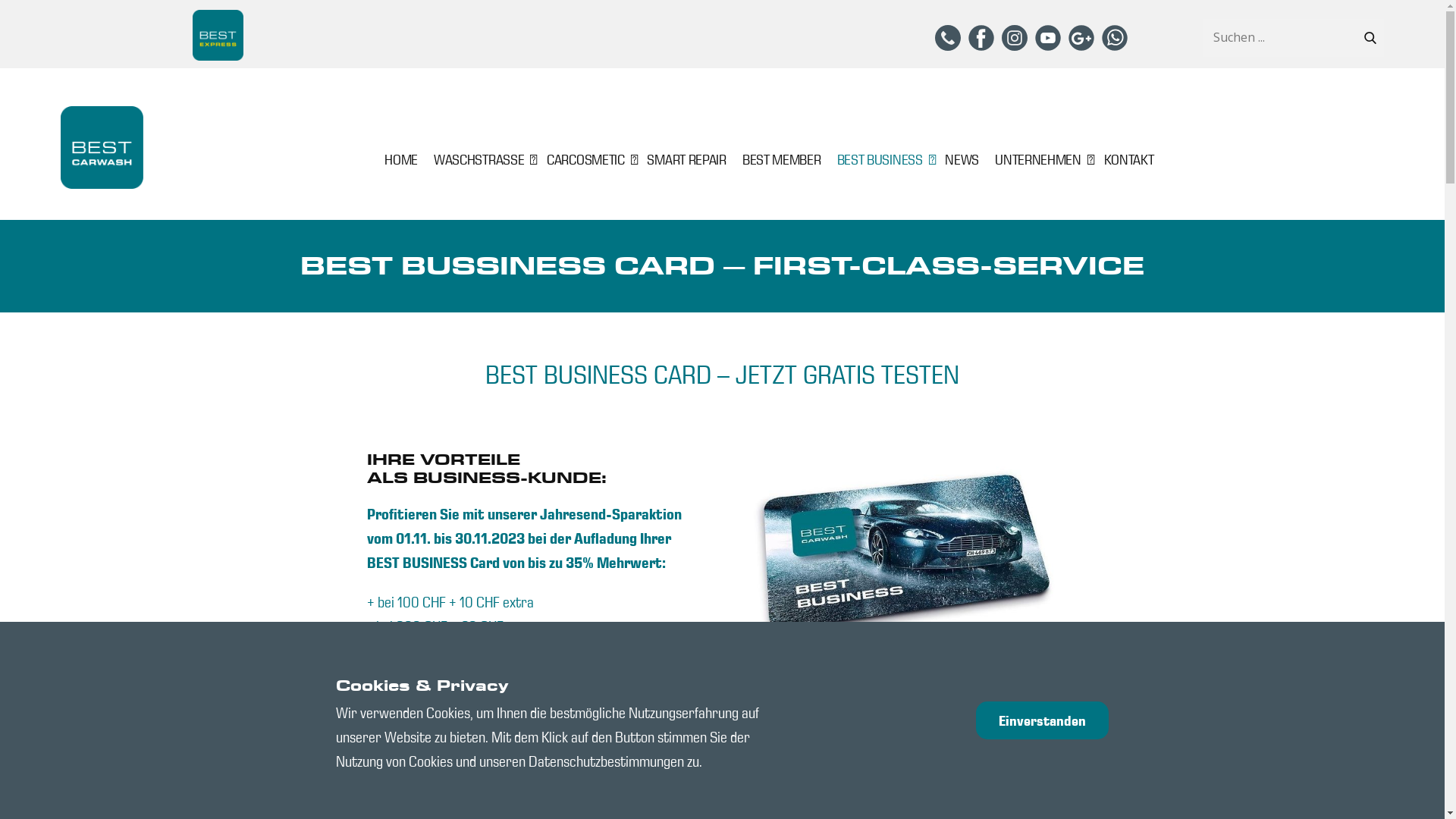 The width and height of the screenshot is (1456, 819). Describe the element at coordinates (782, 159) in the screenshot. I see `'BEST MEMBER'` at that location.